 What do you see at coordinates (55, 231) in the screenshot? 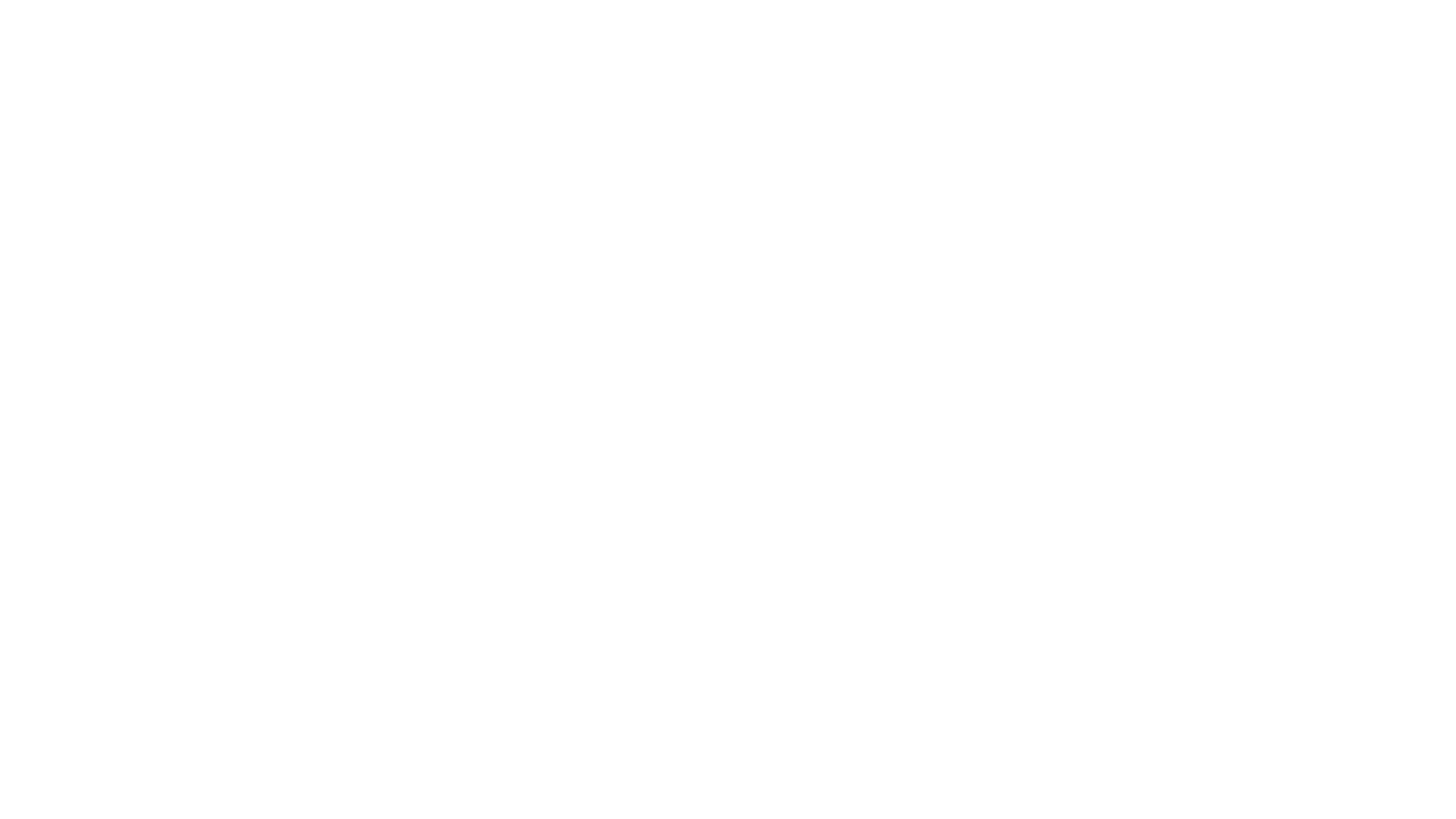
I see `Play` at bounding box center [55, 231].